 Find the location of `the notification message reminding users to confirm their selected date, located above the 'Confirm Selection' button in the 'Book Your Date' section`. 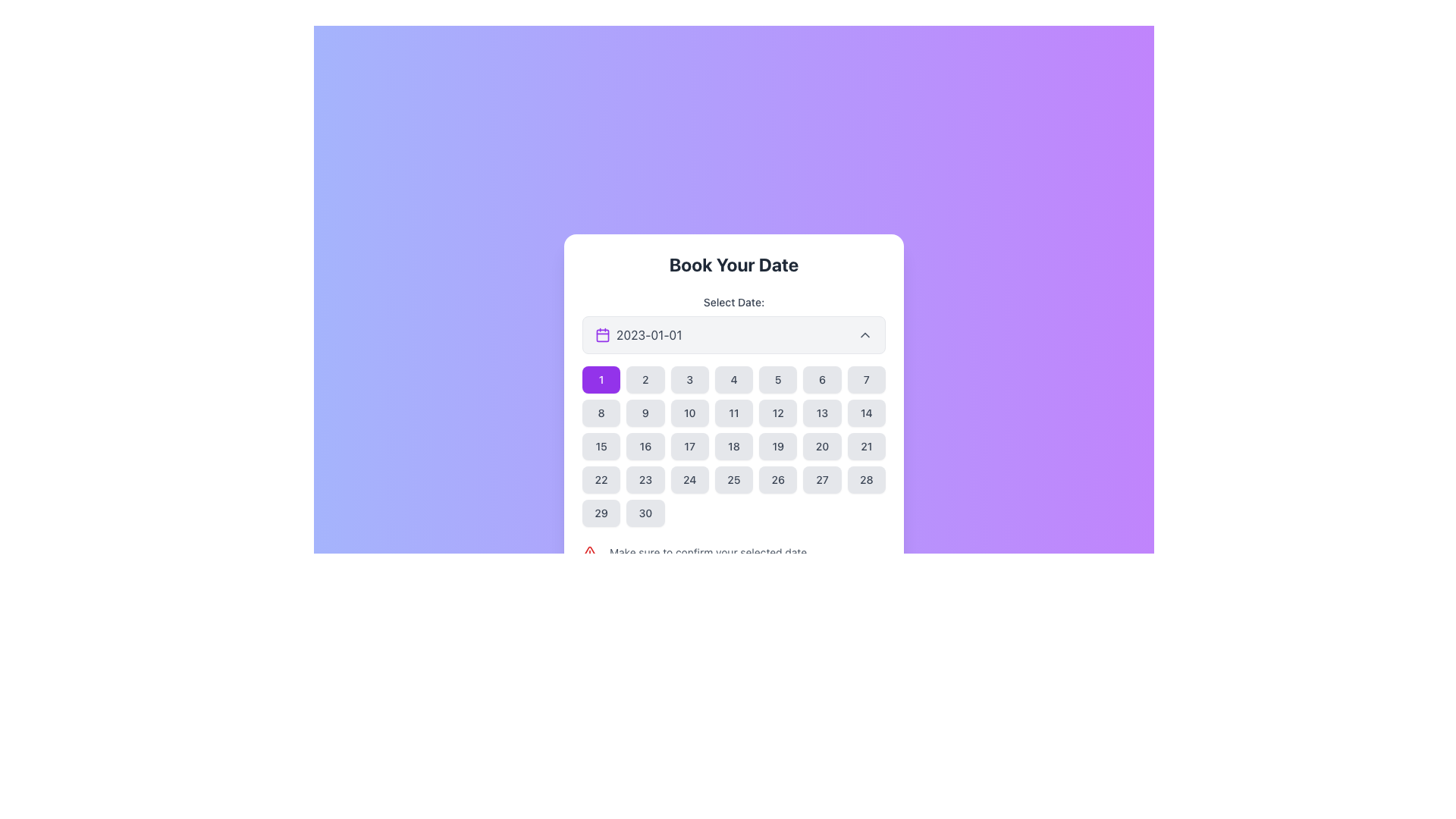

the notification message reminding users to confirm their selected date, located above the 'Confirm Selection' button in the 'Book Your Date' section is located at coordinates (734, 553).